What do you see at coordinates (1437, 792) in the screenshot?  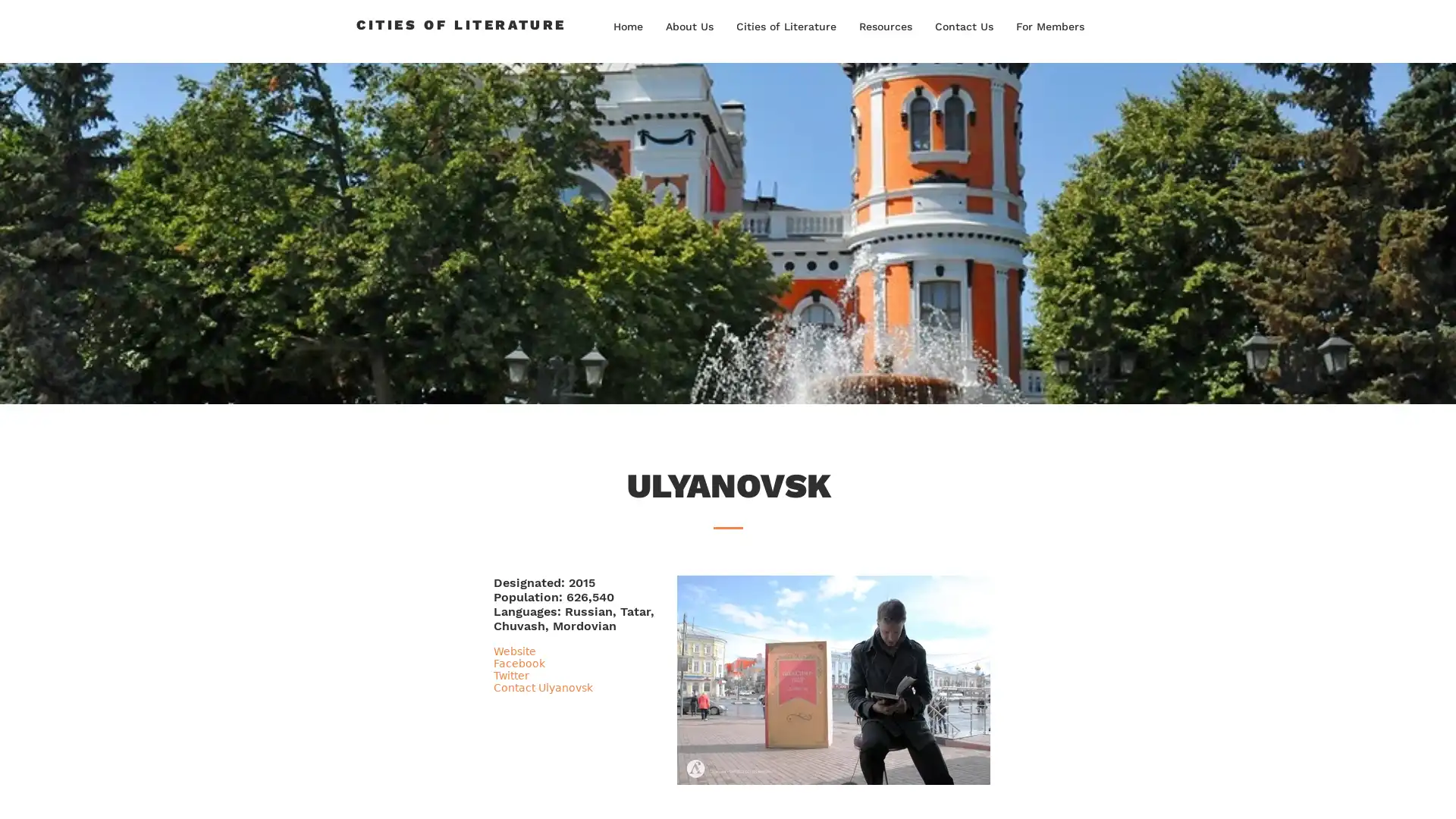 I see `Close` at bounding box center [1437, 792].